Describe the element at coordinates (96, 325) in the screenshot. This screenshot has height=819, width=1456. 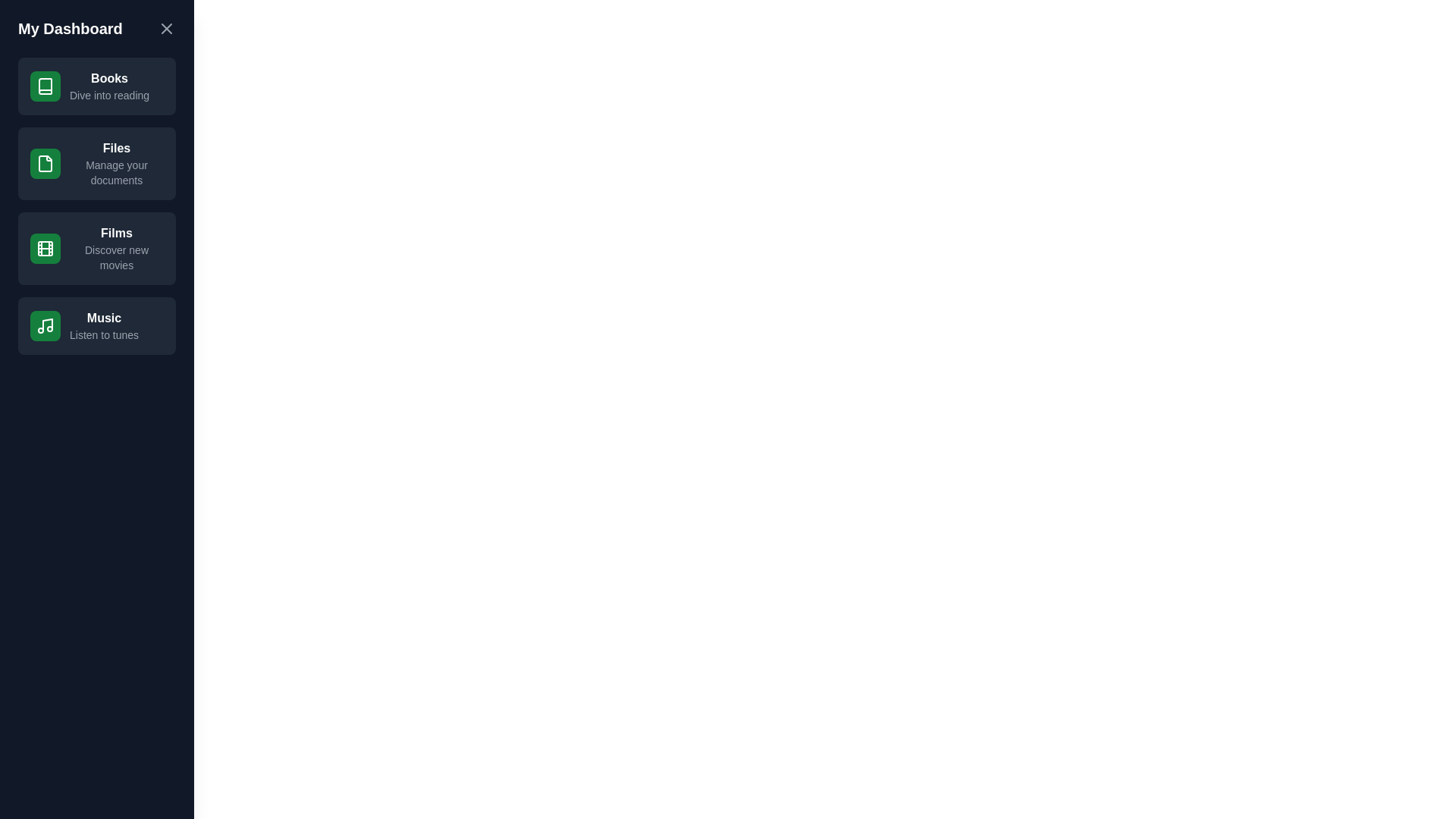
I see `the 'Music' item in the drawer to navigate to the 'Music' section` at that location.